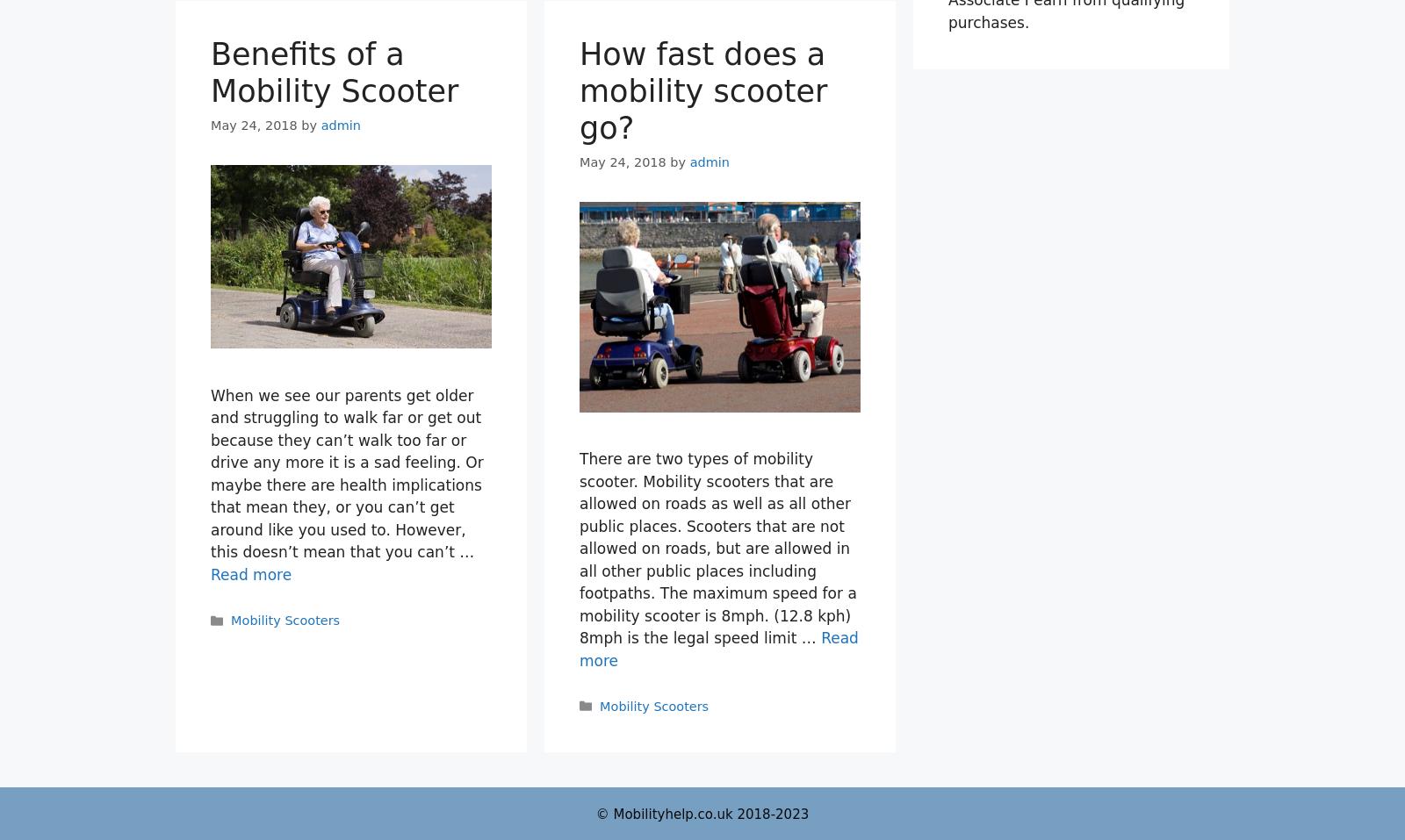  What do you see at coordinates (334, 71) in the screenshot?
I see `'Benefits of a Mobility Scooter'` at bounding box center [334, 71].